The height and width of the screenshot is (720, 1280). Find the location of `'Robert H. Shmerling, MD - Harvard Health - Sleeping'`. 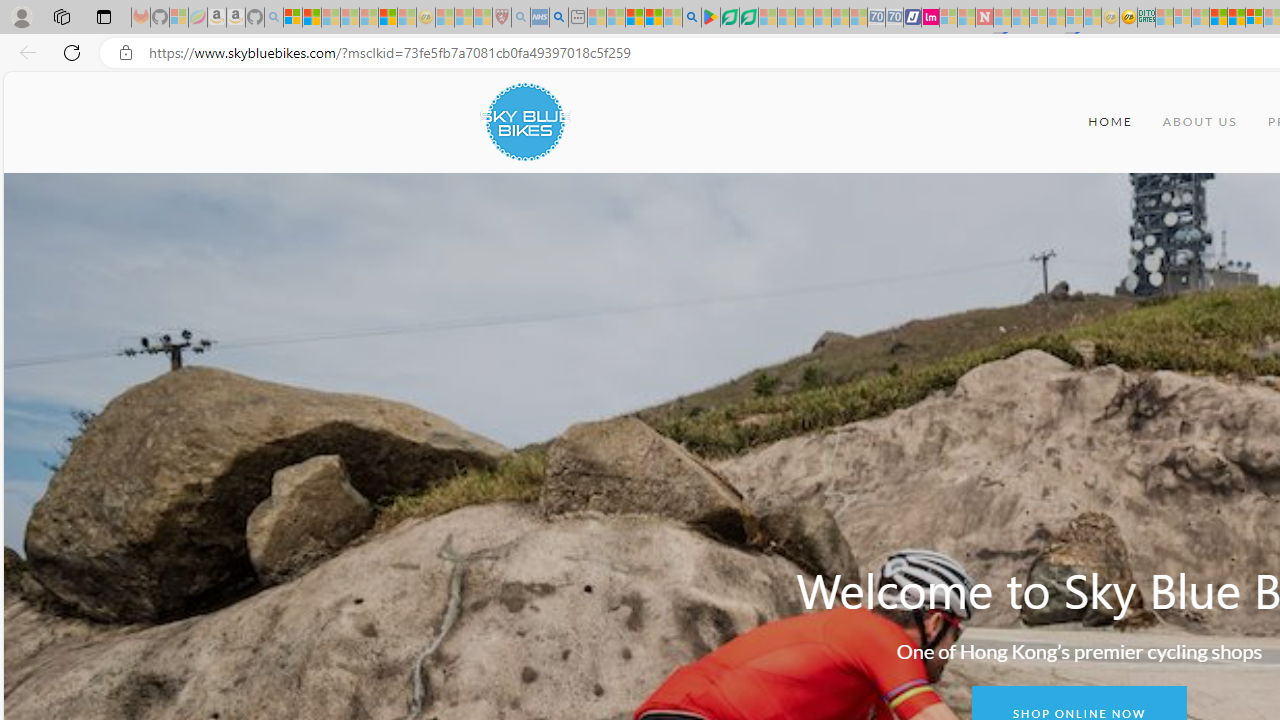

'Robert H. Shmerling, MD - Harvard Health - Sleeping' is located at coordinates (501, 17).